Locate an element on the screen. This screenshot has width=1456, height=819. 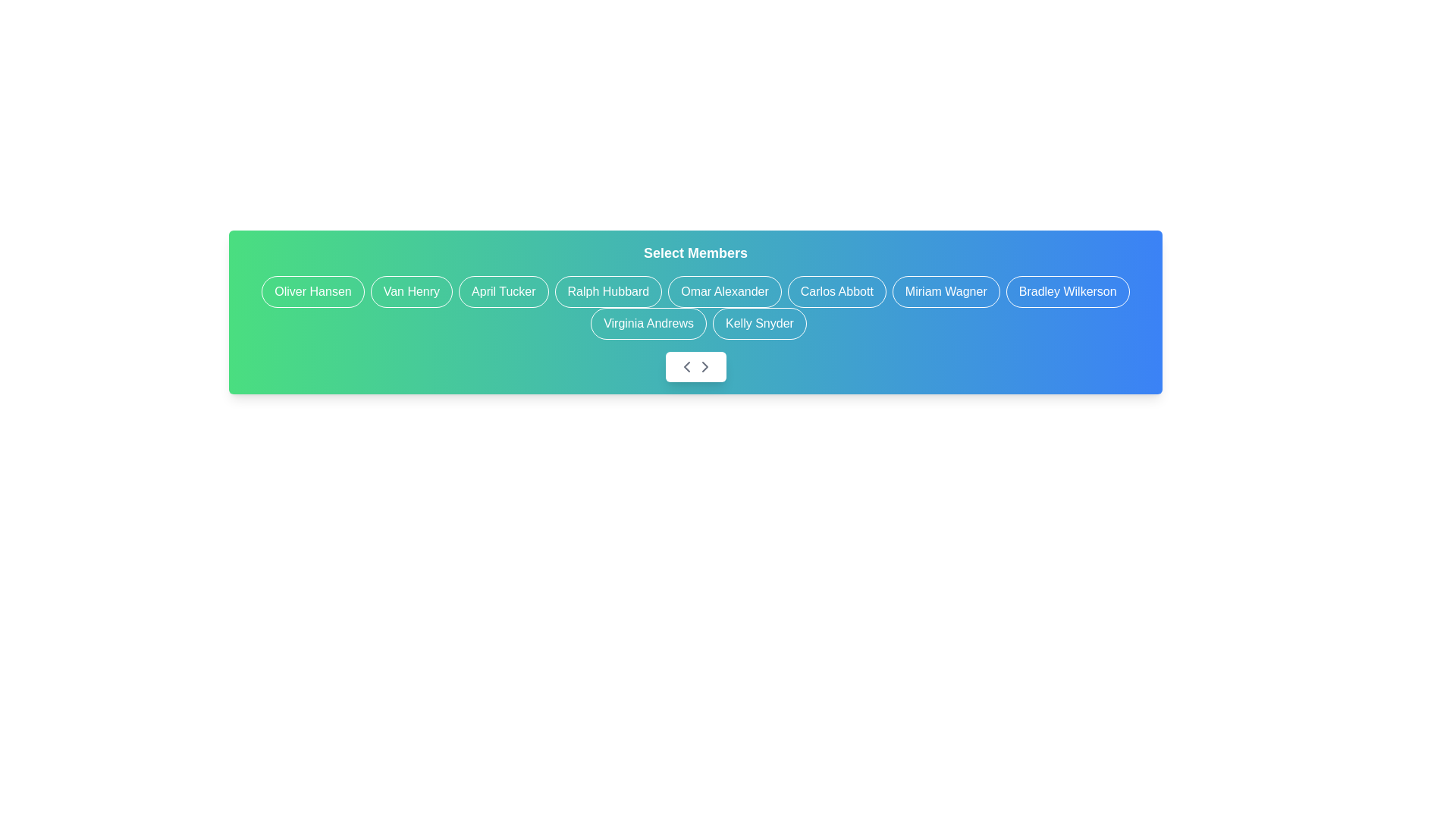
the selectable button labeled 'April Tucker', which is the third button in a horizontal list of buttons positioned near the center-top of the interface is located at coordinates (504, 292).